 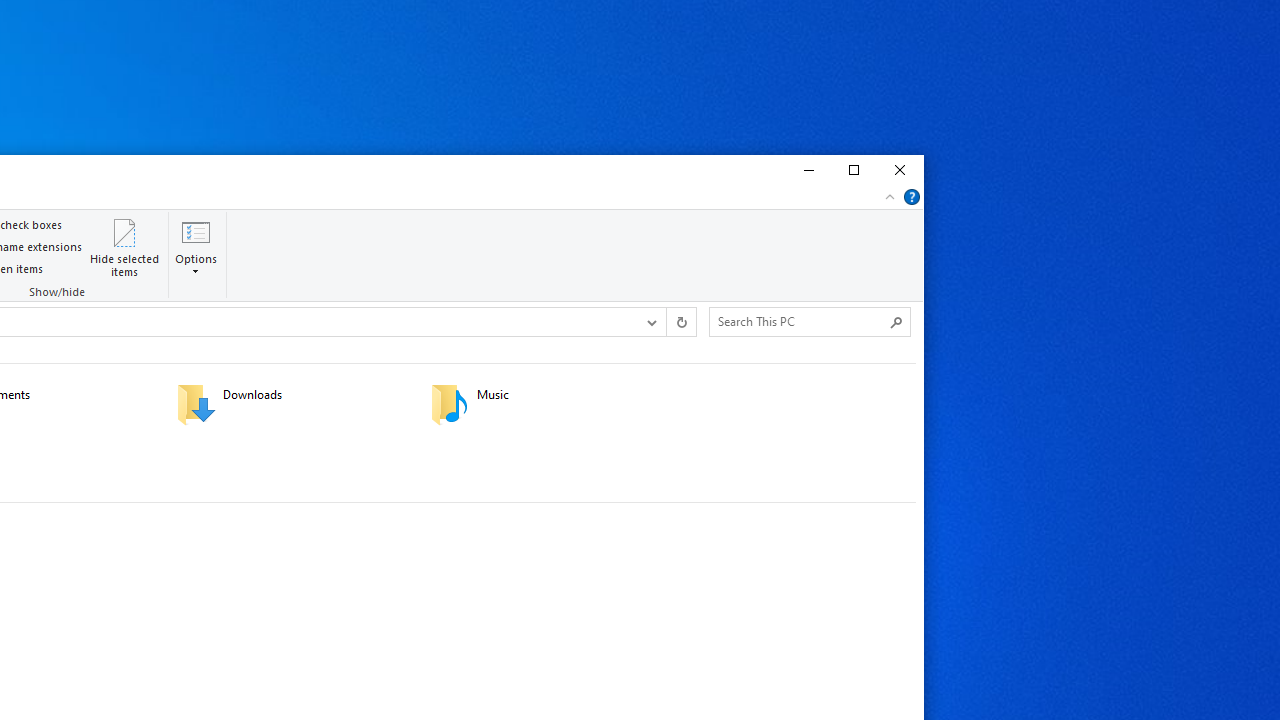 What do you see at coordinates (807, 170) in the screenshot?
I see `'Minimize'` at bounding box center [807, 170].